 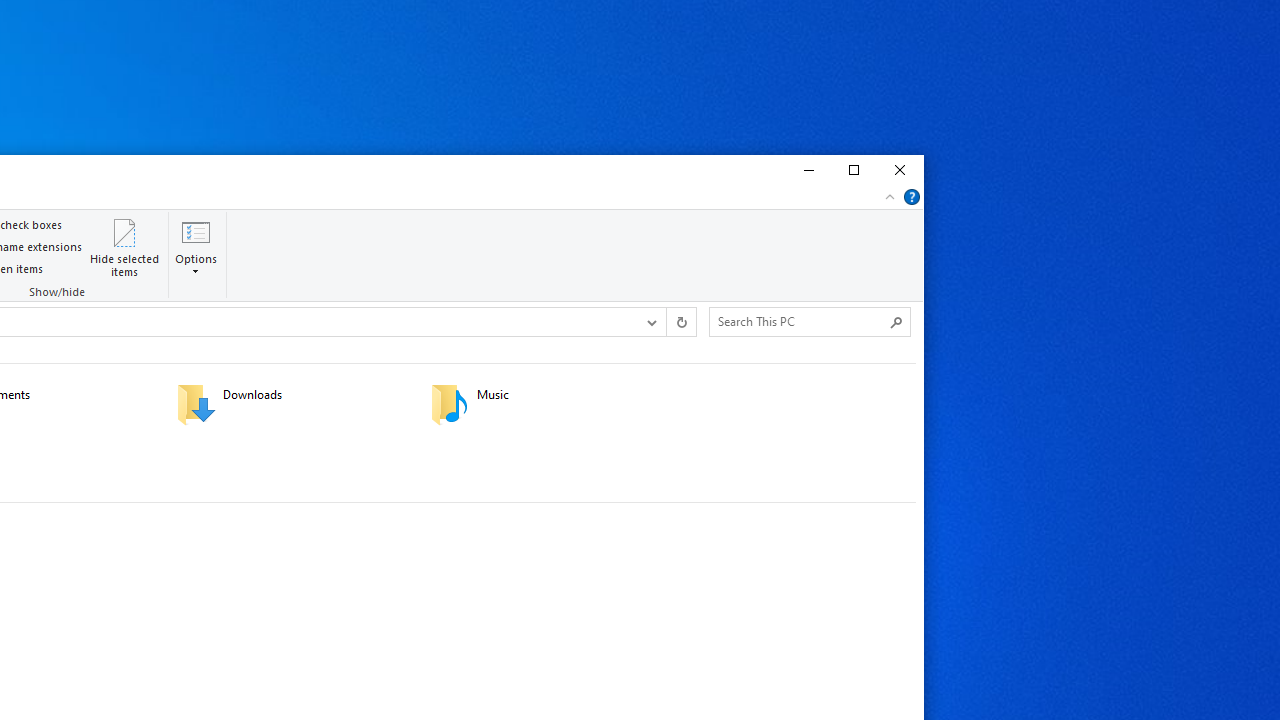 What do you see at coordinates (807, 170) in the screenshot?
I see `'Minimize'` at bounding box center [807, 170].